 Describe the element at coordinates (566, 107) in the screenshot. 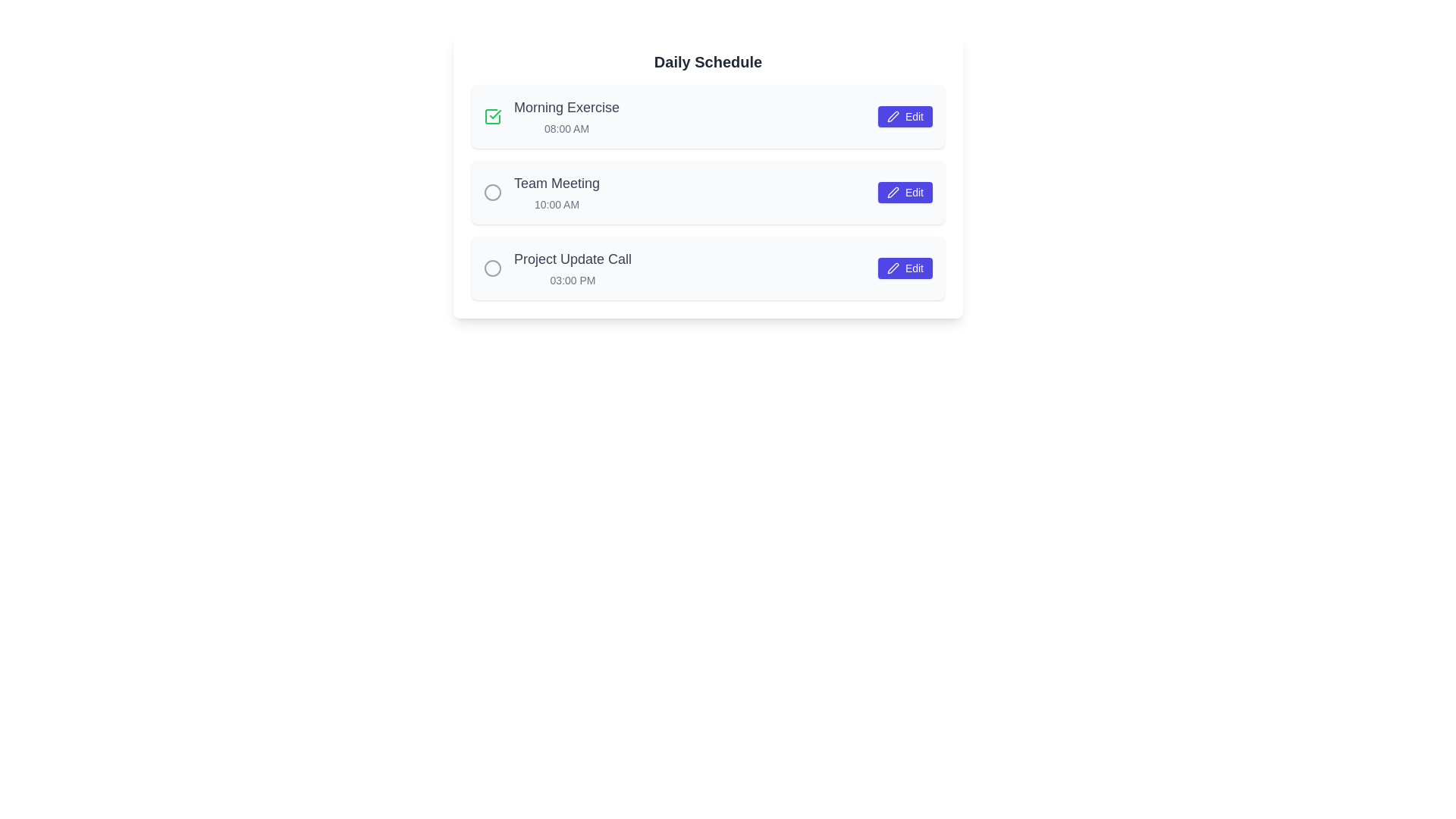

I see `the title text of the first event in the 'Daily Schedule' list` at that location.